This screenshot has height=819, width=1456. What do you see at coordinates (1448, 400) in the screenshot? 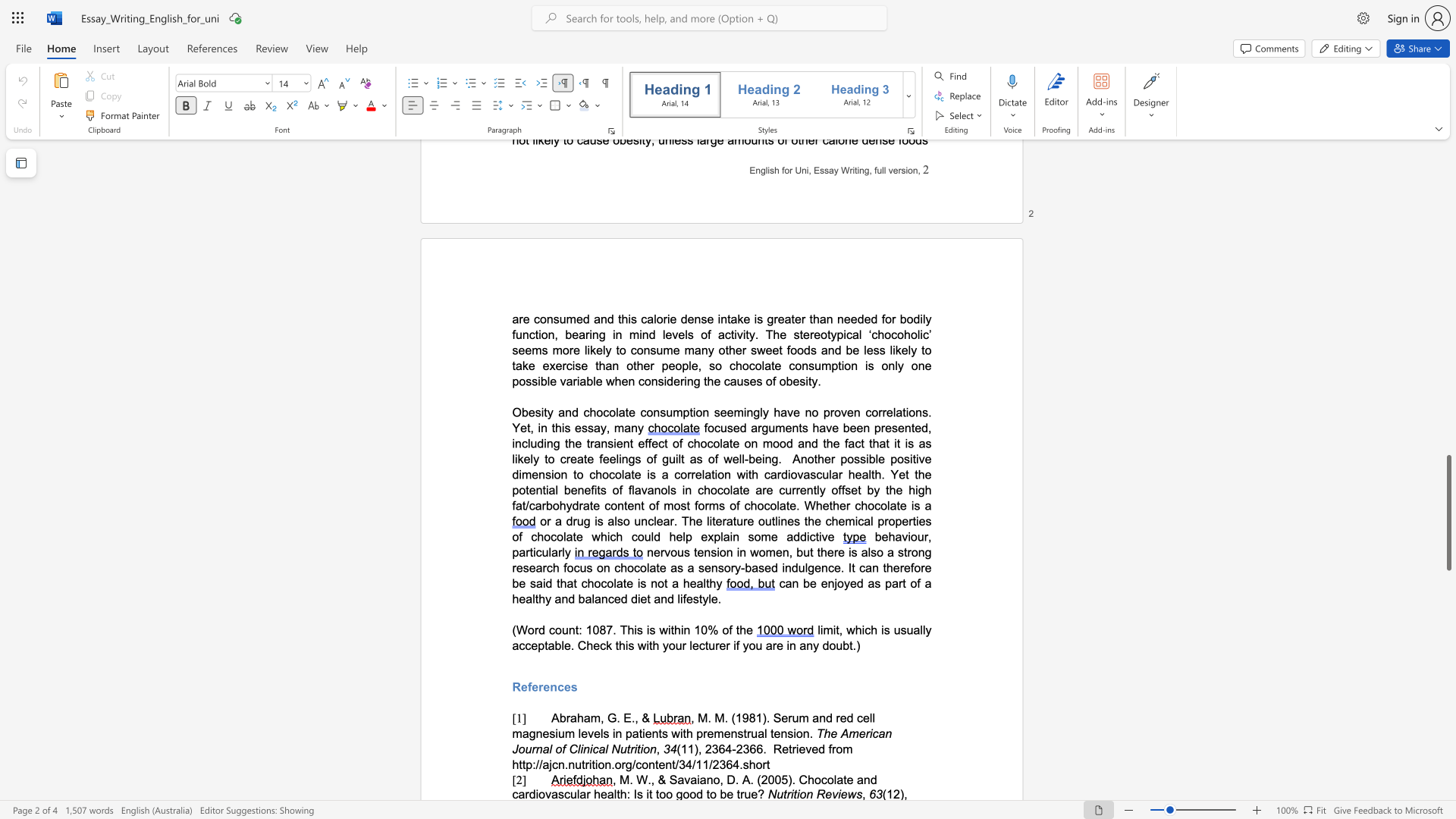
I see `the scrollbar to scroll the page up` at bounding box center [1448, 400].